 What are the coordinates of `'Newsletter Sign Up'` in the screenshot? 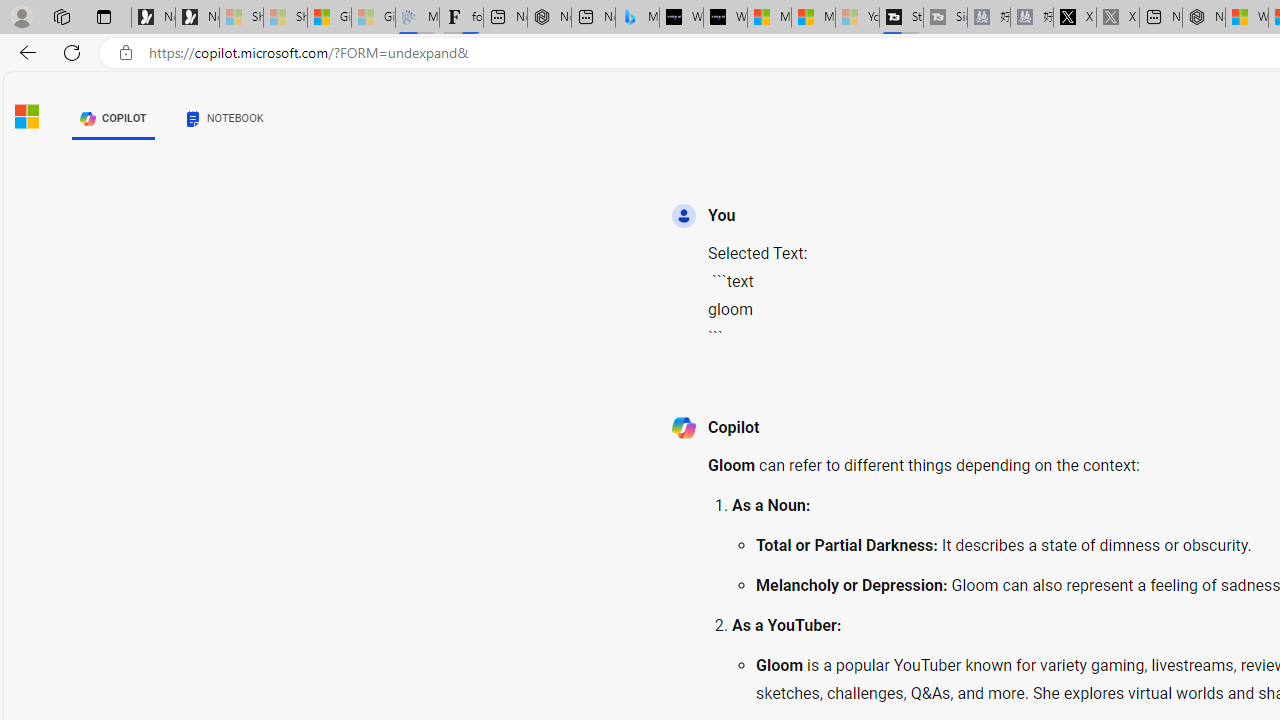 It's located at (197, 17).